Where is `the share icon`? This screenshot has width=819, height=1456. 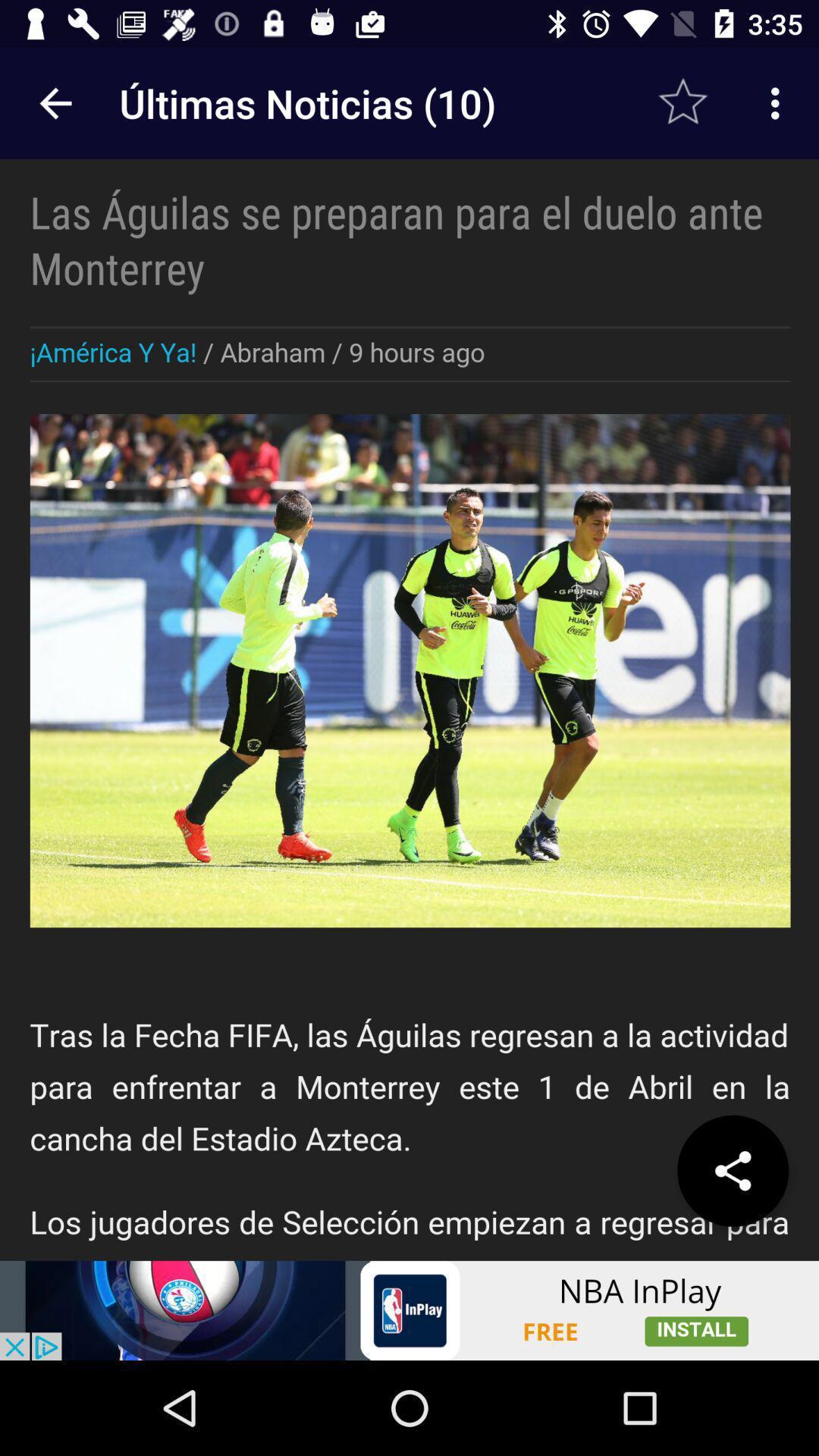
the share icon is located at coordinates (732, 1170).